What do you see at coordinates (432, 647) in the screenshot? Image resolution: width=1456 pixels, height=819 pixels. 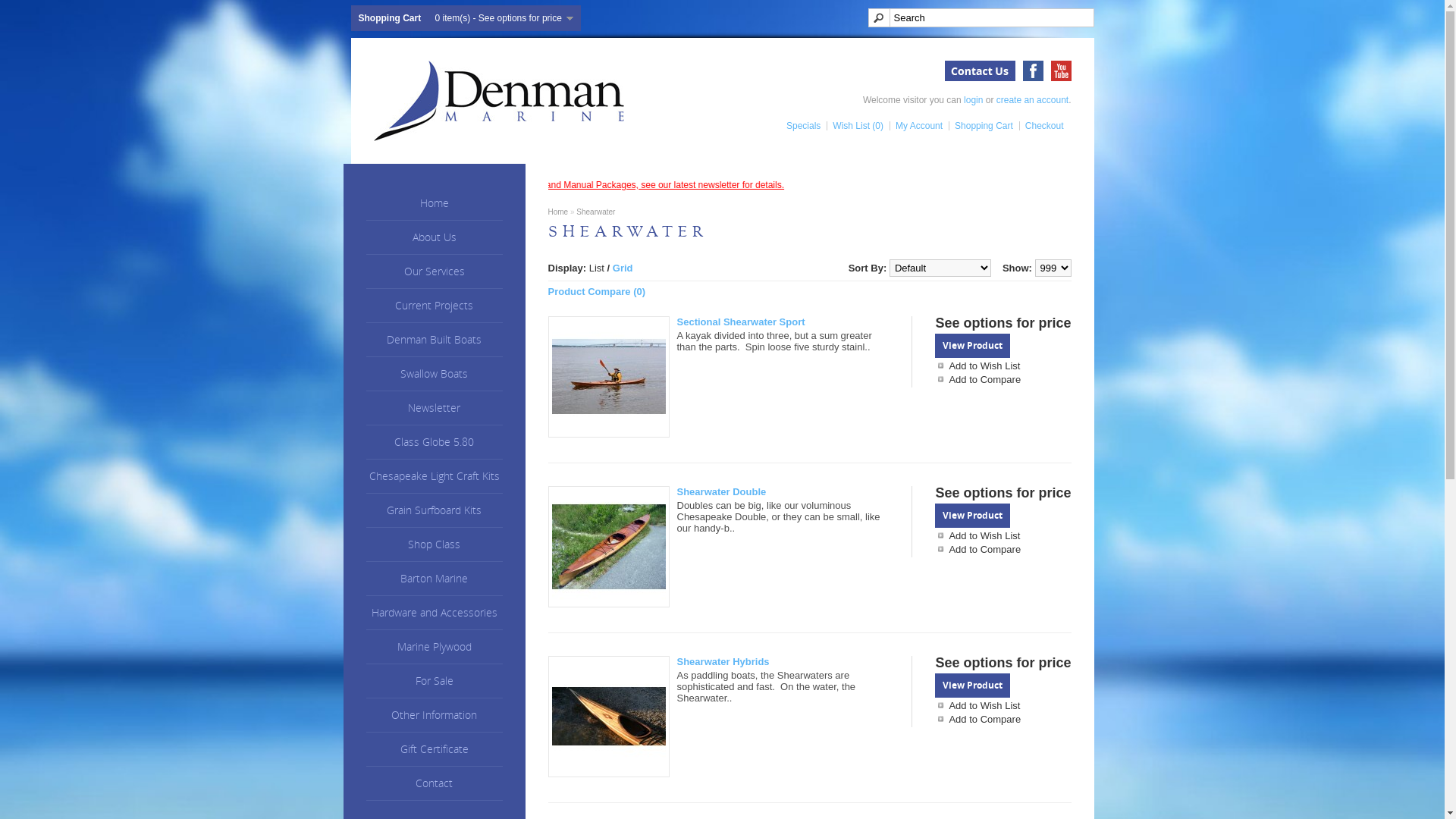 I see `'Marine Plywood'` at bounding box center [432, 647].